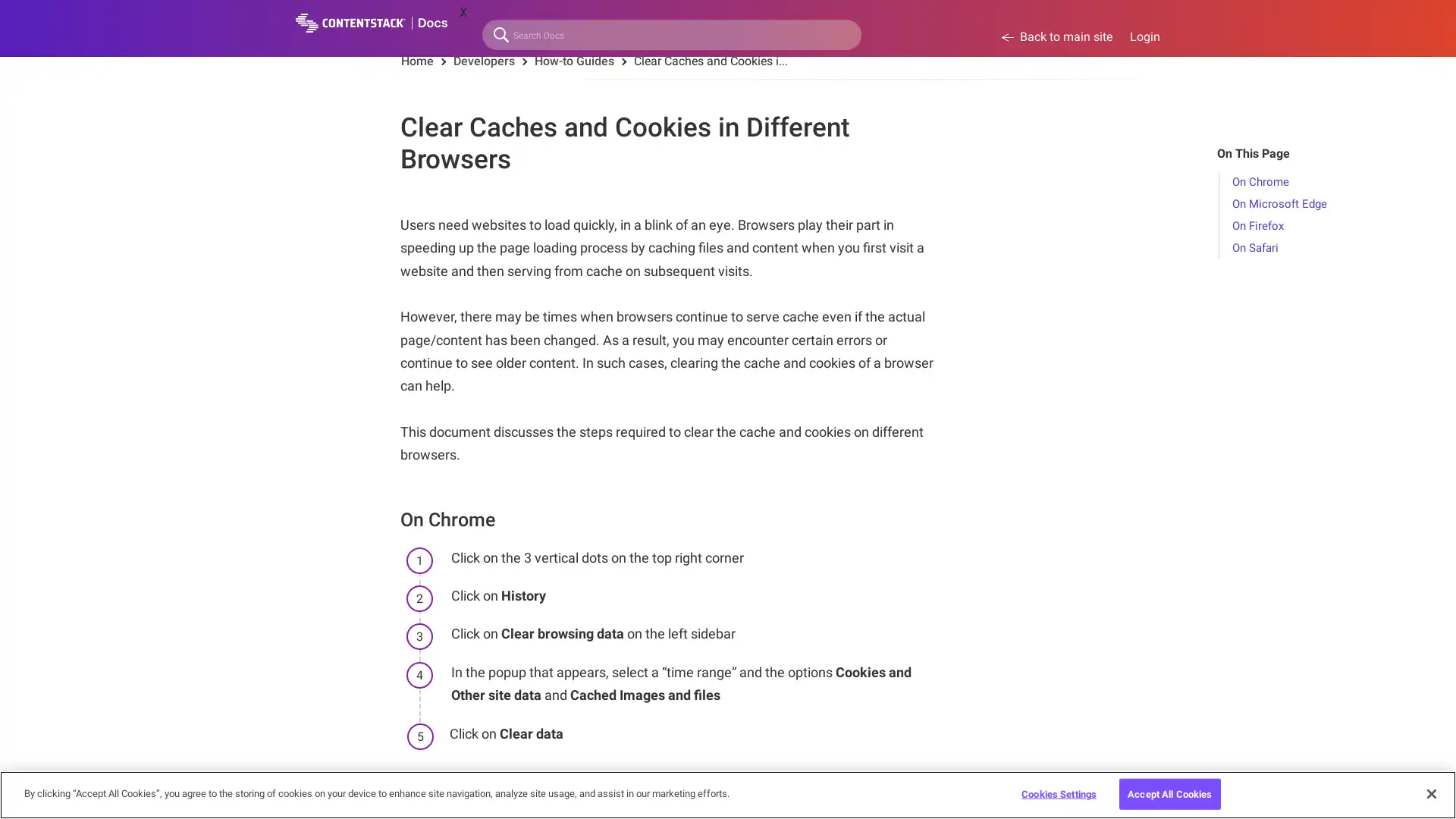 The height and width of the screenshot is (819, 1456). I want to click on Cookies Settings, so click(1058, 792).